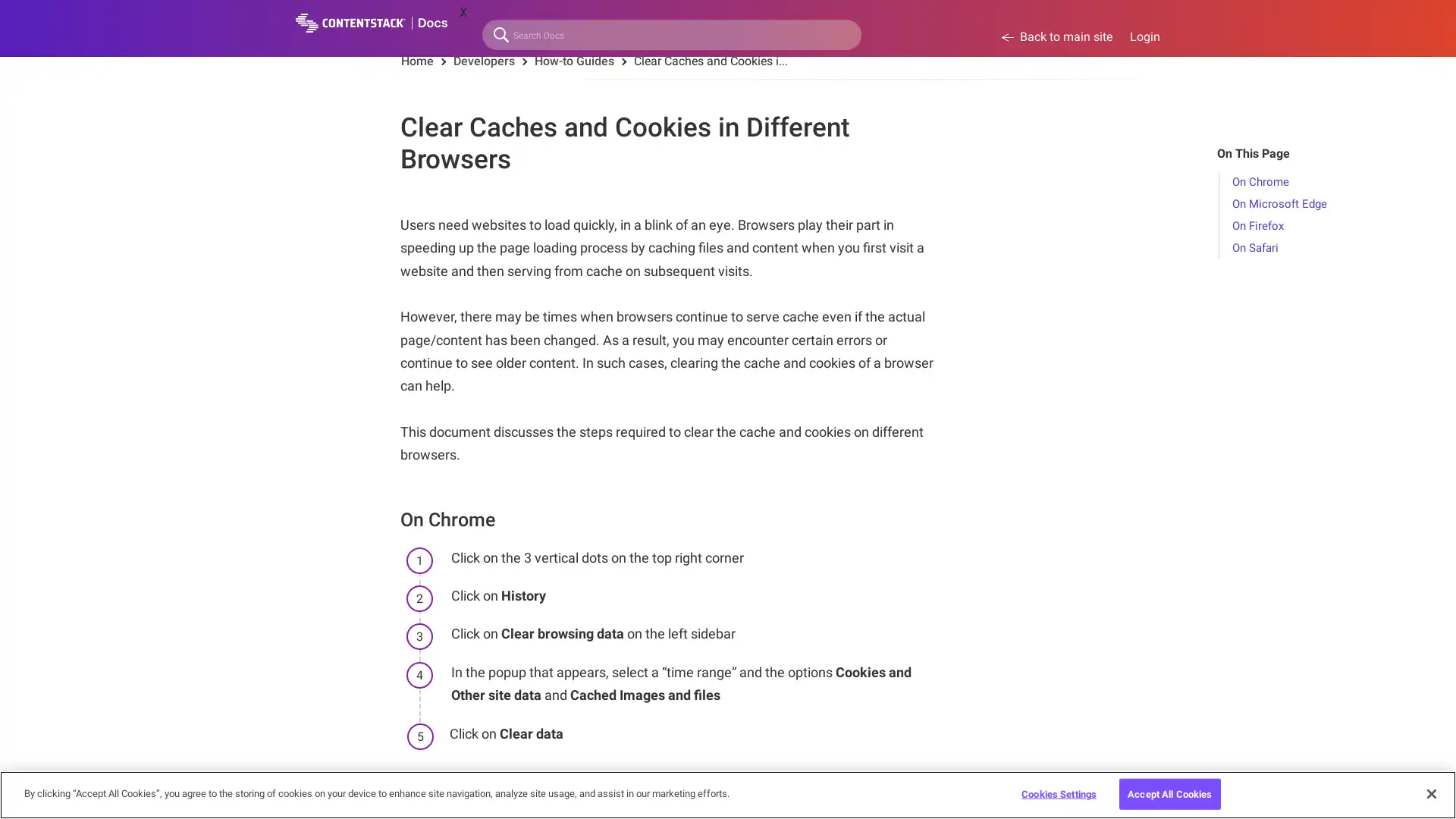 The height and width of the screenshot is (819, 1456). I want to click on Cookies Settings, so click(1058, 792).